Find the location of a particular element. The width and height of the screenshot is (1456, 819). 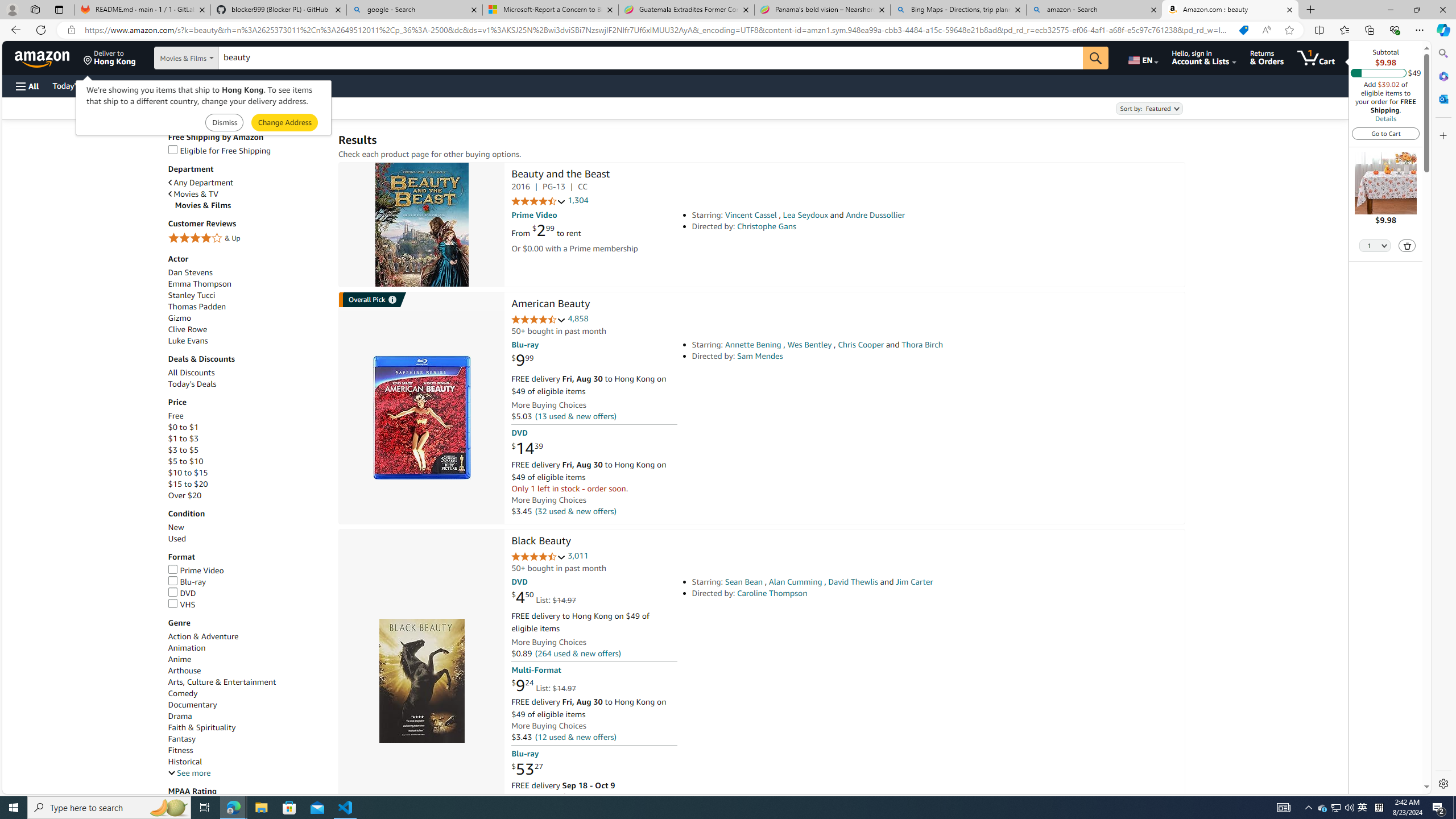

'Wes Bentley' is located at coordinates (809, 344).